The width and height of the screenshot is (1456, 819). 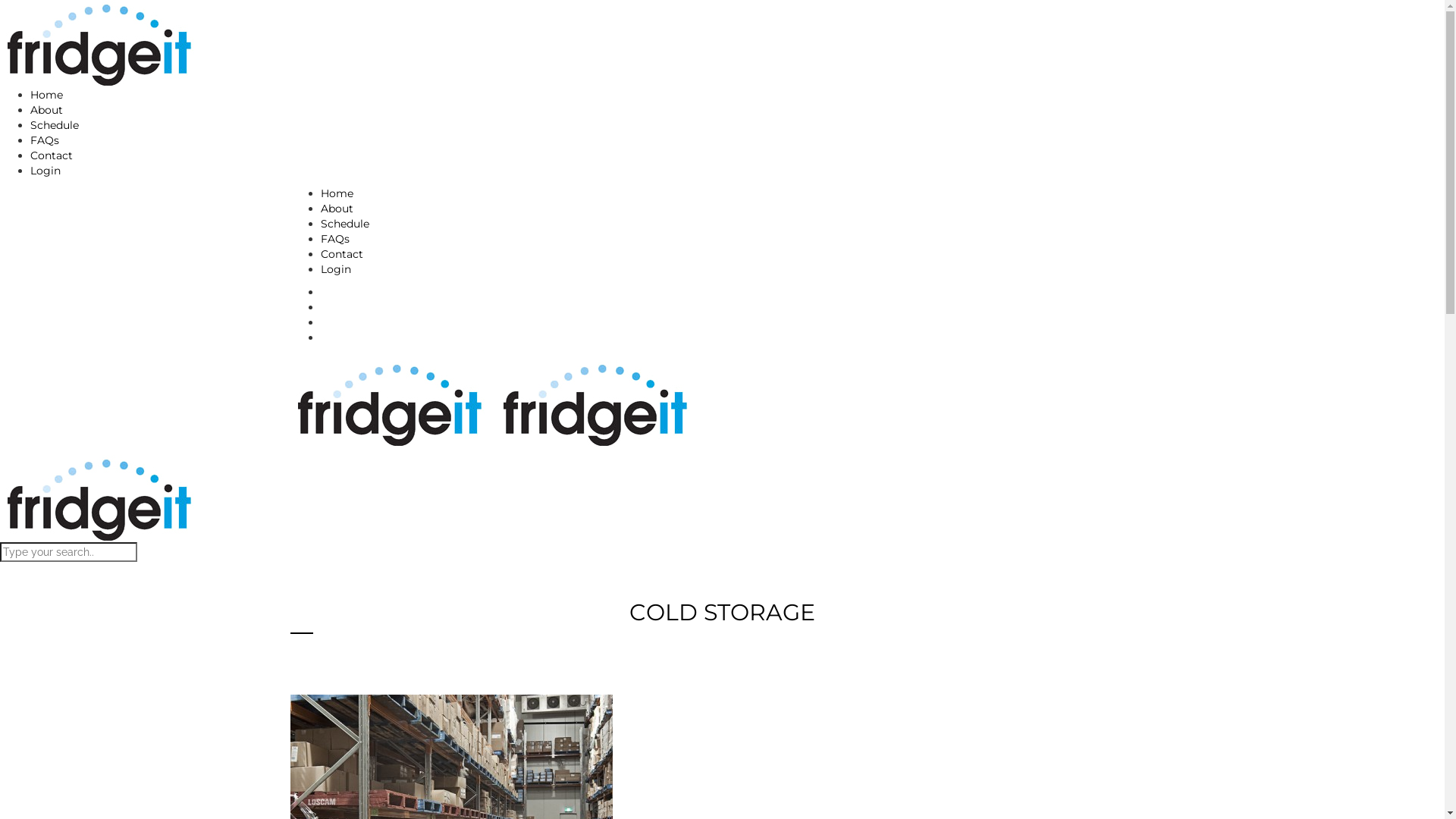 What do you see at coordinates (51, 155) in the screenshot?
I see `'Contact'` at bounding box center [51, 155].